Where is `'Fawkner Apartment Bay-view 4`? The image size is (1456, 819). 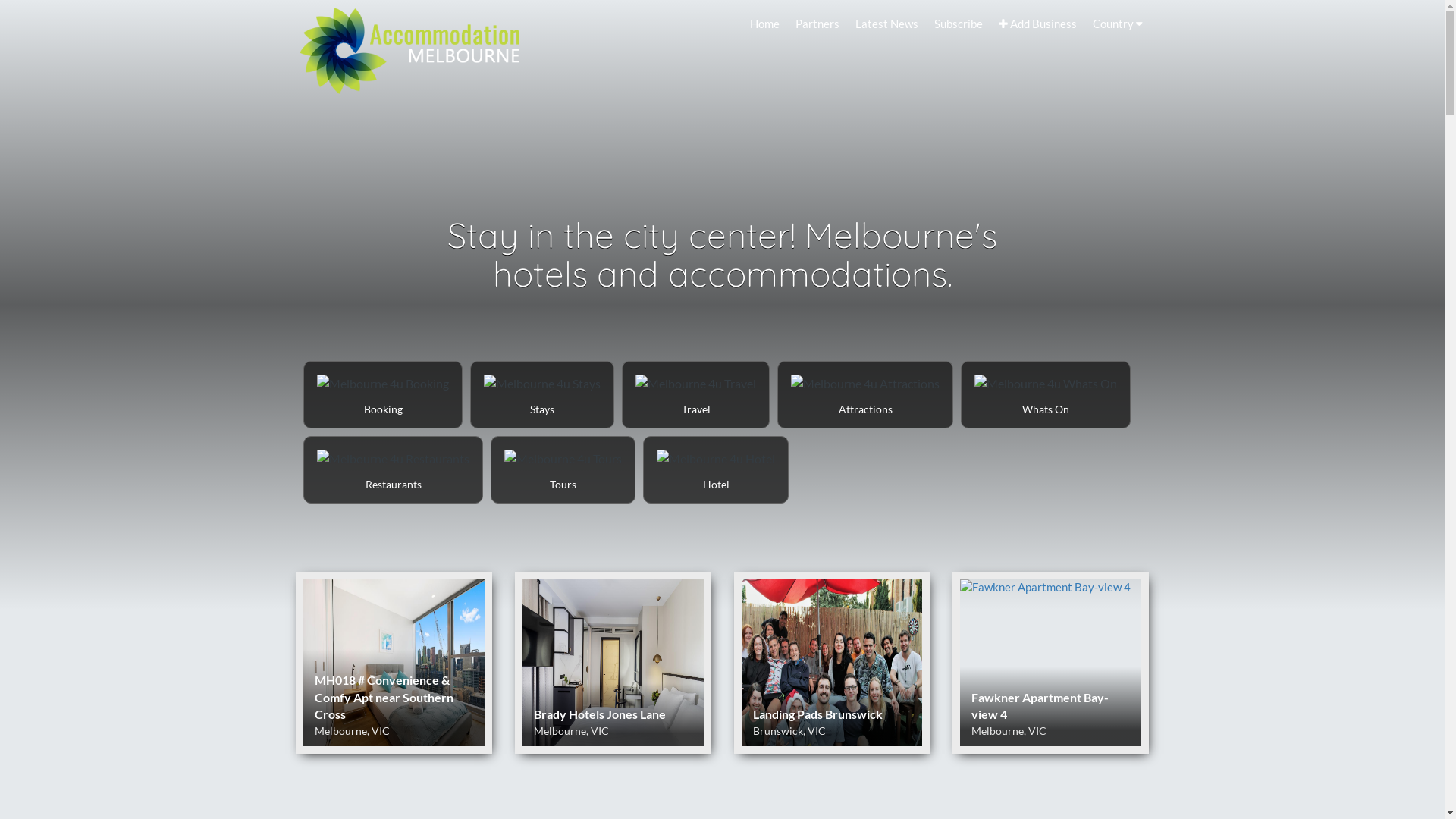
'Fawkner Apartment Bay-view 4 is located at coordinates (1050, 662).